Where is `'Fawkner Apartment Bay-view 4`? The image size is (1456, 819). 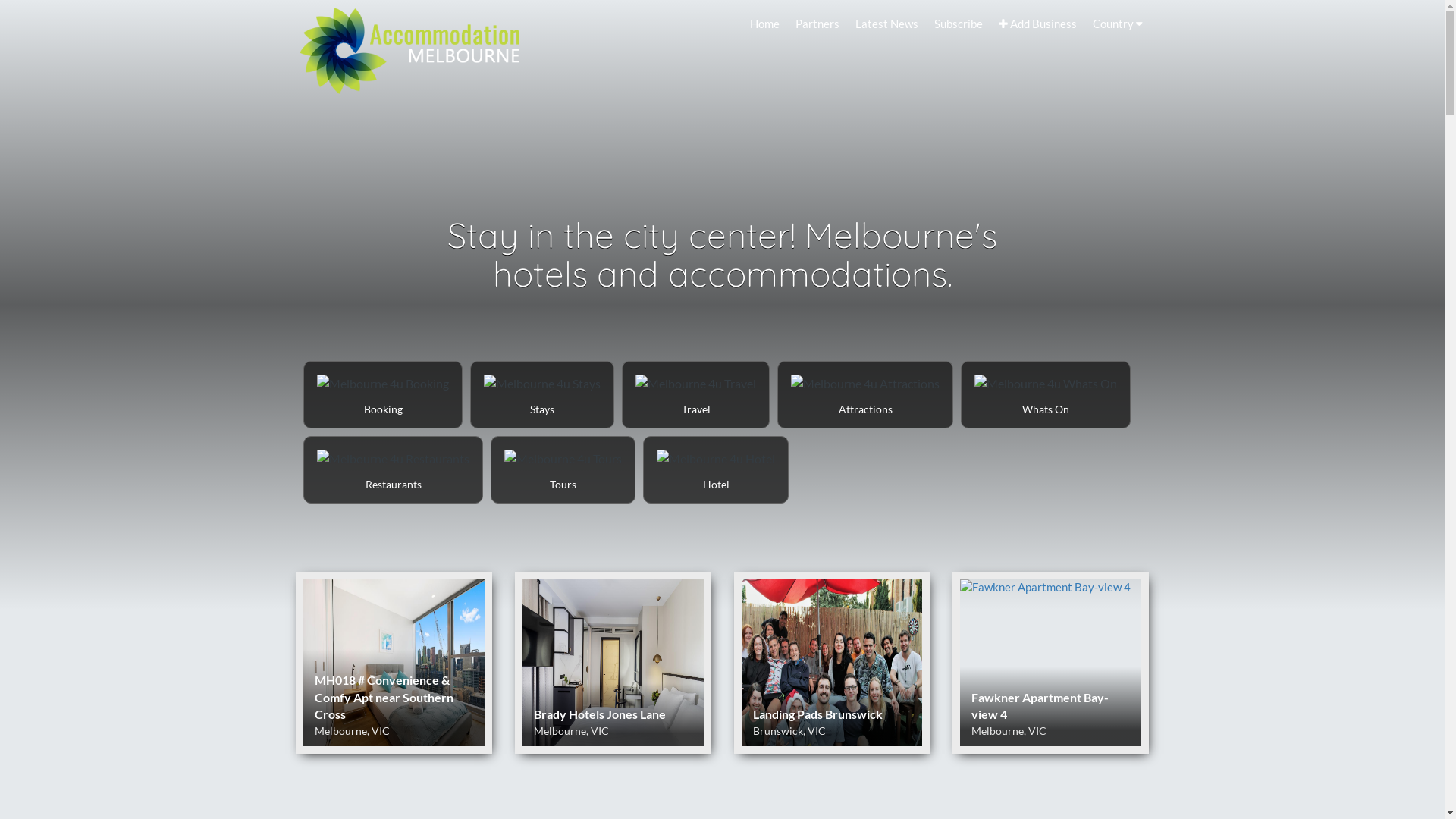
'Fawkner Apartment Bay-view 4 is located at coordinates (1050, 662).